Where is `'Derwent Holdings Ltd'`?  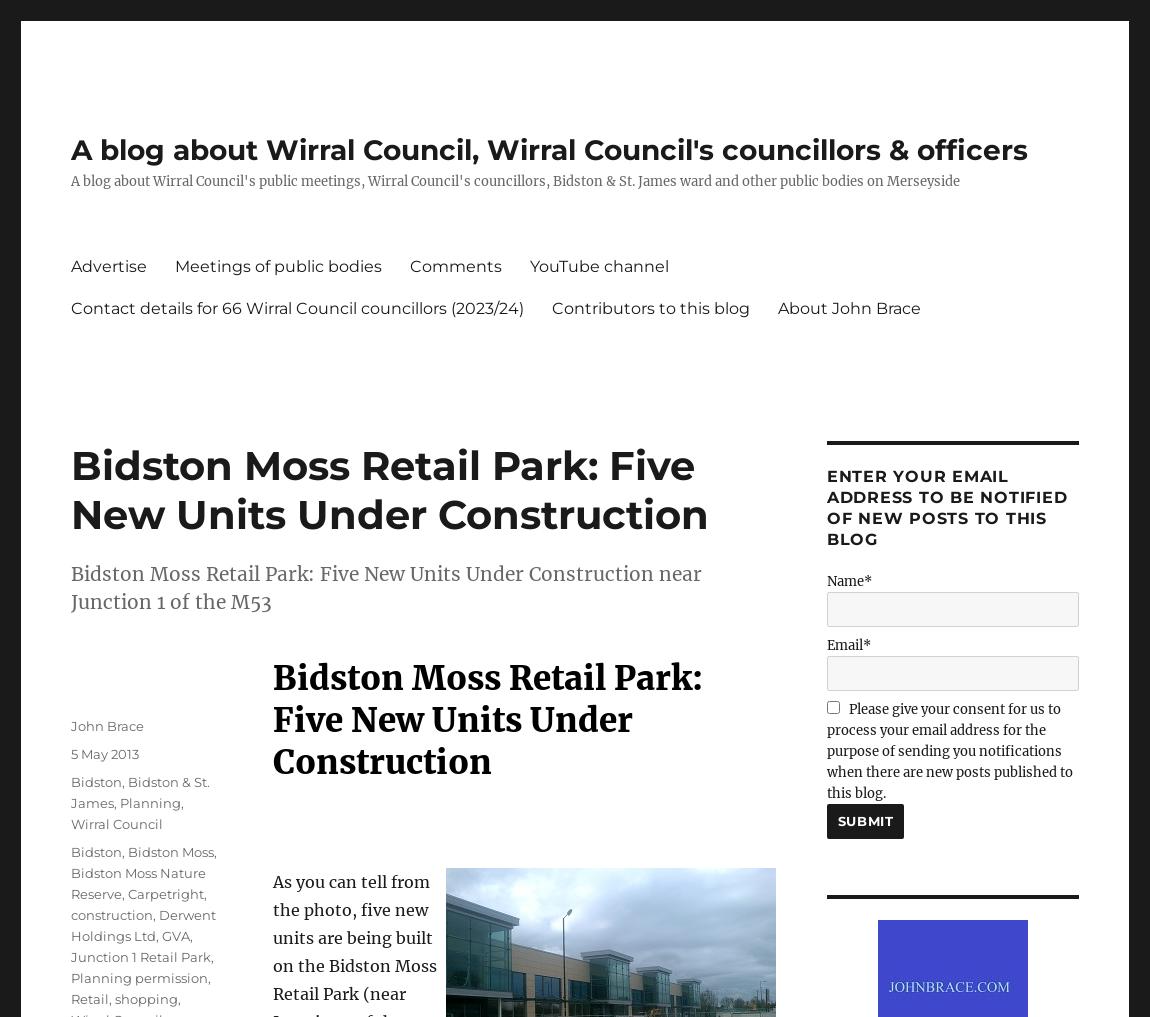
'Derwent Holdings Ltd' is located at coordinates (142, 924).